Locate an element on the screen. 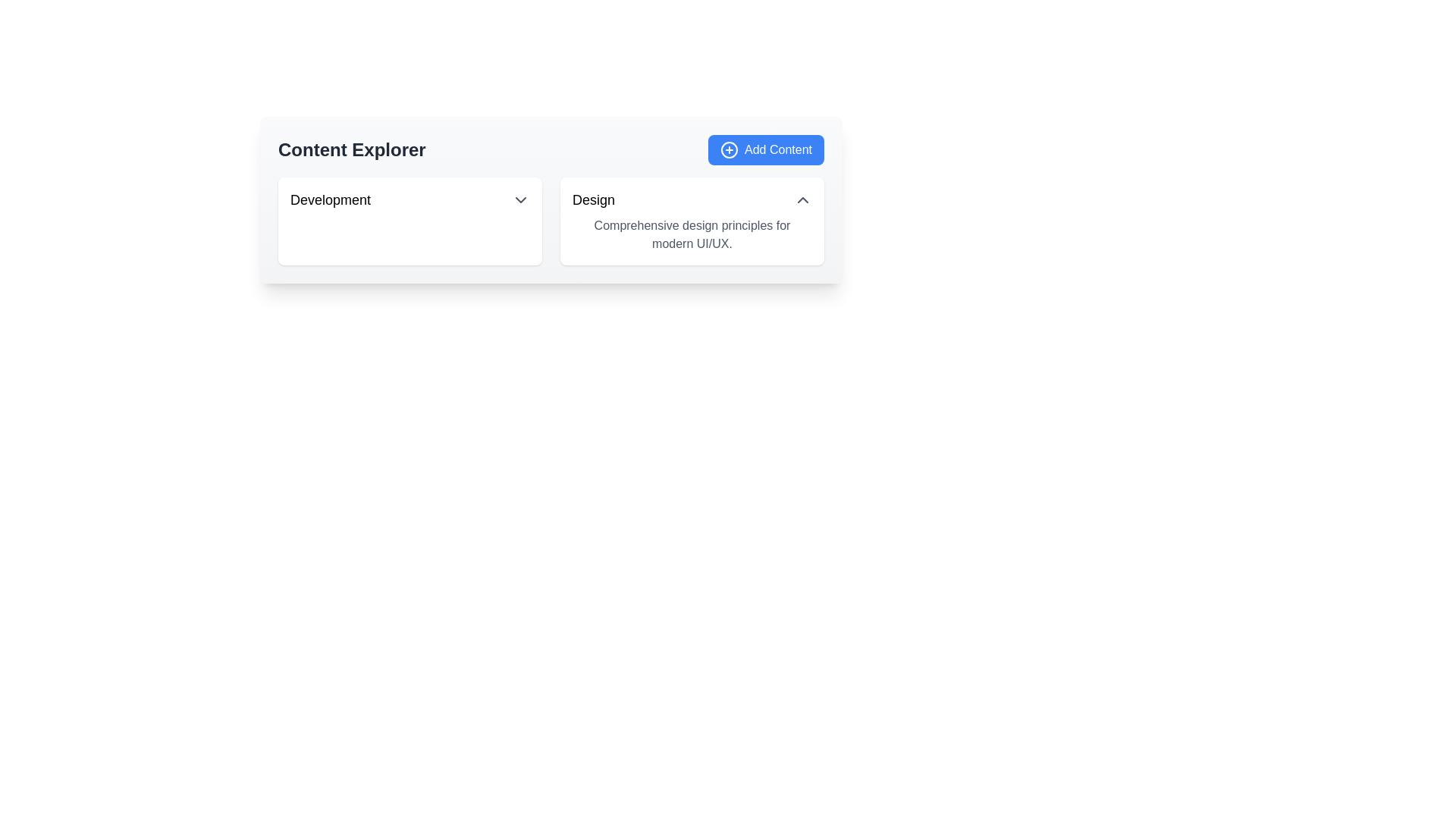  the 'Development' dropdown menu element is located at coordinates (410, 199).